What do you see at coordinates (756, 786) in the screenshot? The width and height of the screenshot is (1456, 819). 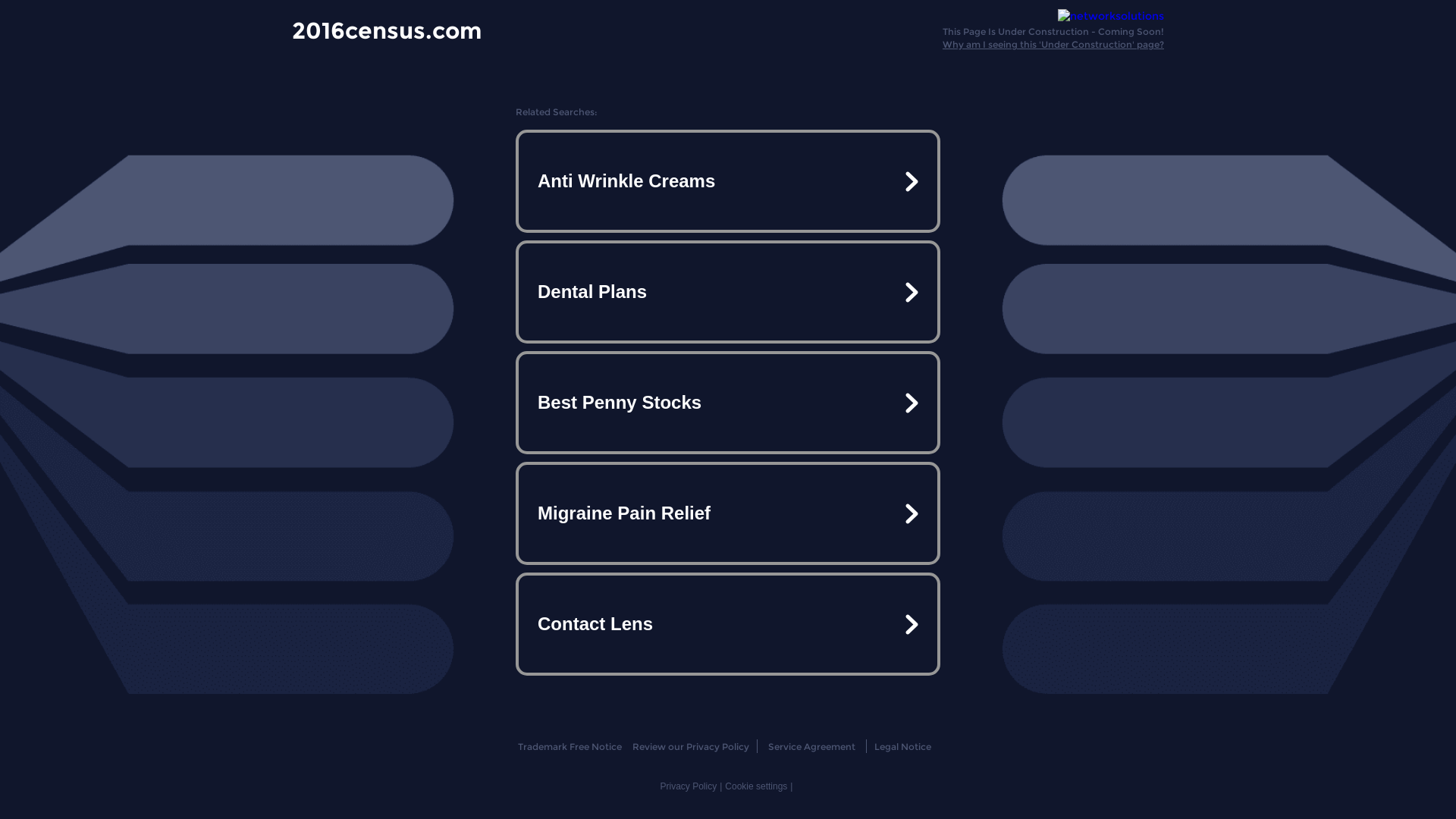 I see `'Cookie settings'` at bounding box center [756, 786].